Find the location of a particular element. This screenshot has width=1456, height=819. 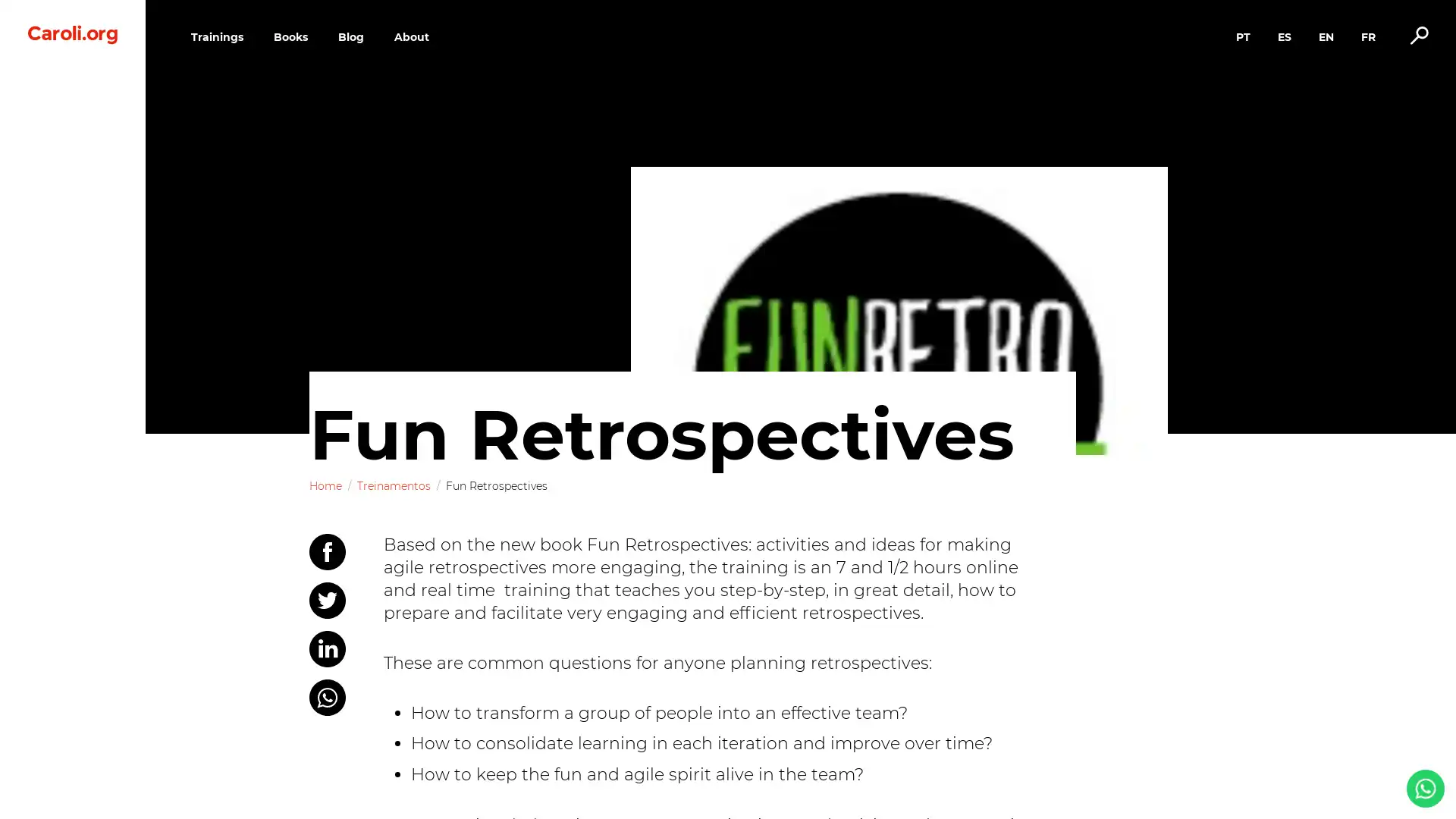

Alternar busca is located at coordinates (1416, 34).